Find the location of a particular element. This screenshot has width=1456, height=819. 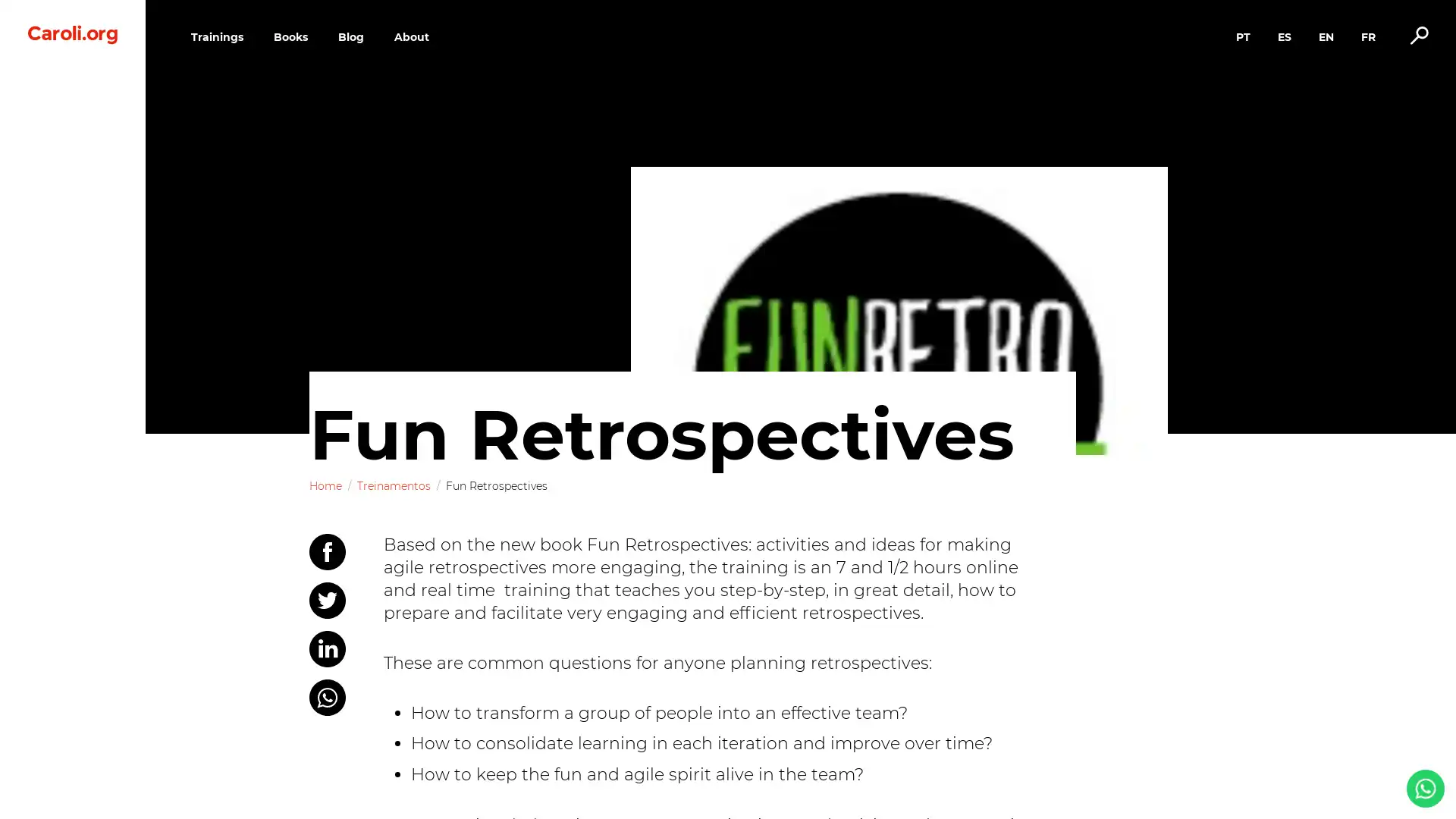

Alternar busca is located at coordinates (1416, 34).